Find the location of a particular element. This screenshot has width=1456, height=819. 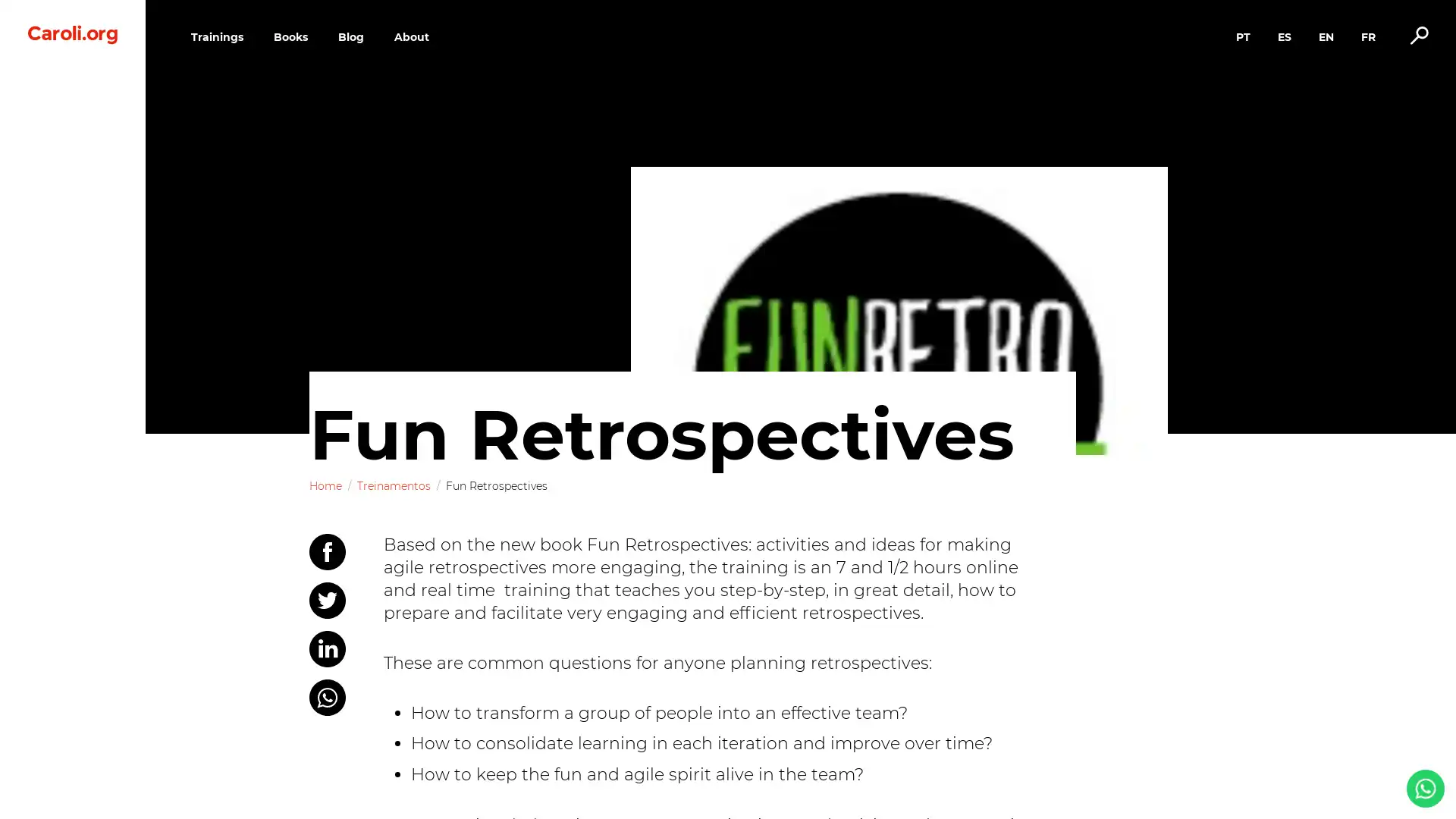

Alternar busca is located at coordinates (1416, 34).